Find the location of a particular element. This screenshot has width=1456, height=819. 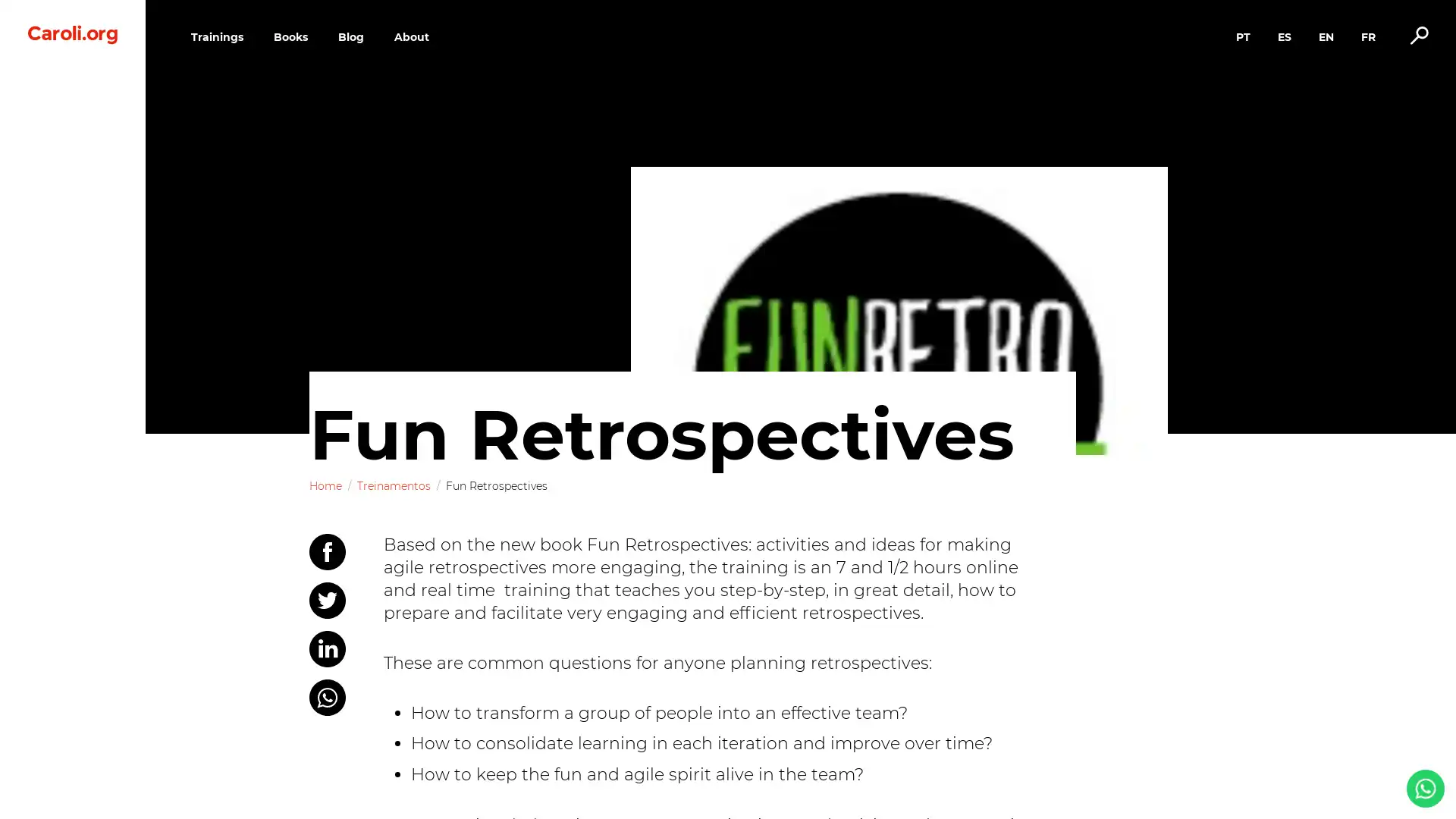

Alternar busca is located at coordinates (1416, 34).